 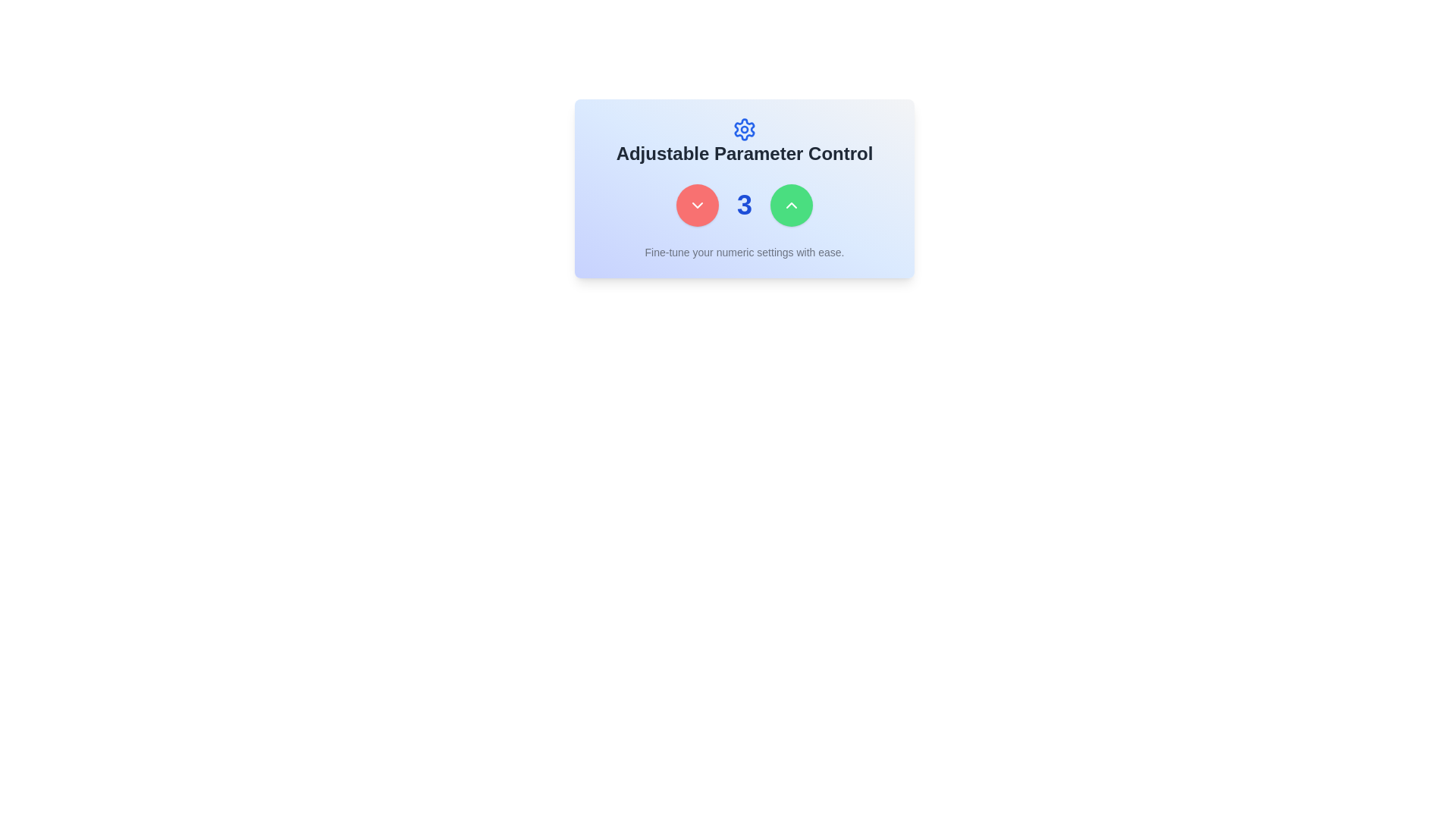 I want to click on the static text displaying the current numerical value in the numeric adjustment widget, which is centrally located between a red decrement button and a green increment button, below the header labeled 'Adjustable Parameter Control', so click(x=745, y=205).